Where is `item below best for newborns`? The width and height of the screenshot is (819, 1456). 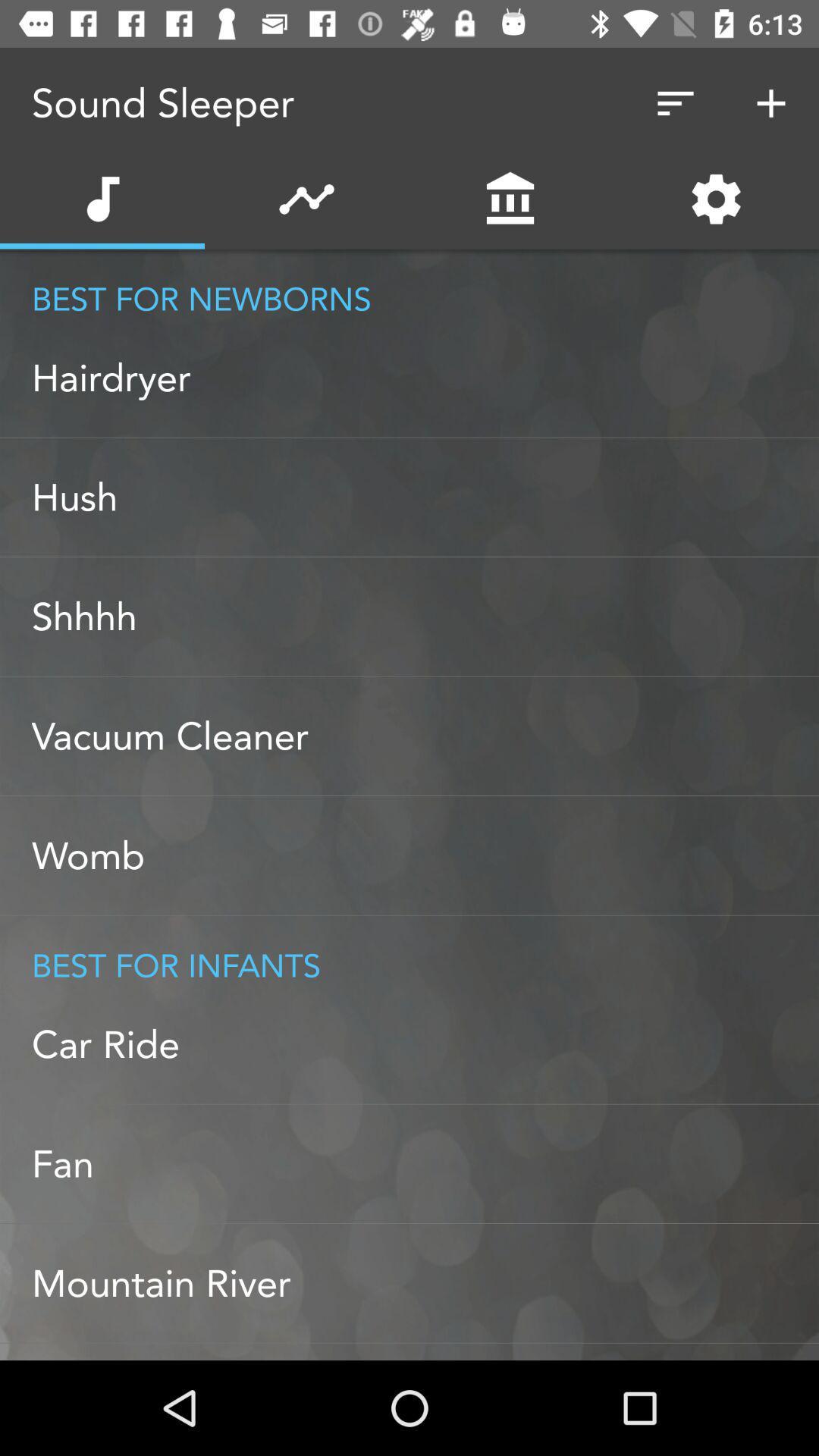 item below best for newborns is located at coordinates (425, 378).